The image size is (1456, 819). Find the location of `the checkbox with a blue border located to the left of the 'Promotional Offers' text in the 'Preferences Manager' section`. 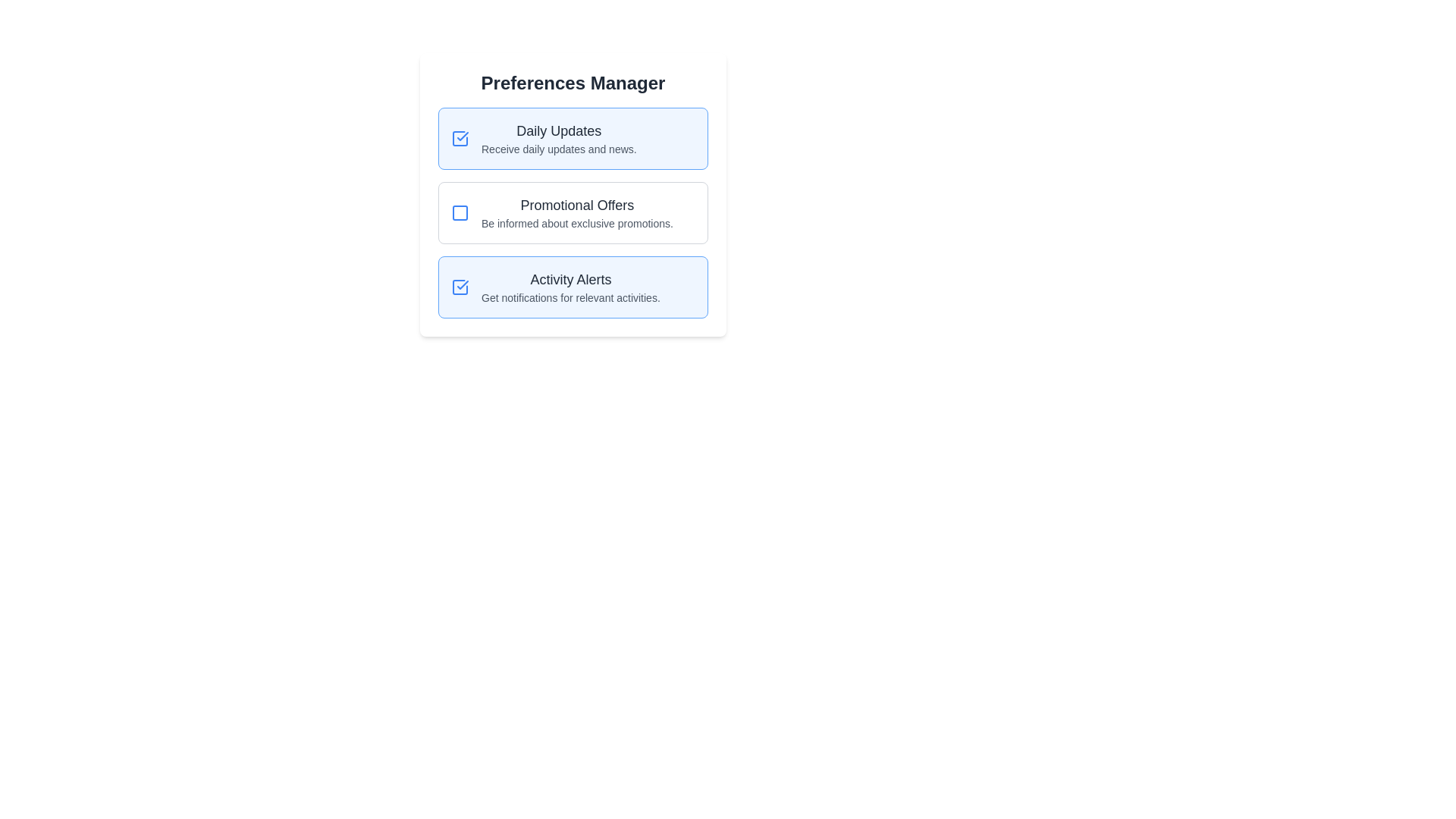

the checkbox with a blue border located to the left of the 'Promotional Offers' text in the 'Preferences Manager' section is located at coordinates (459, 213).